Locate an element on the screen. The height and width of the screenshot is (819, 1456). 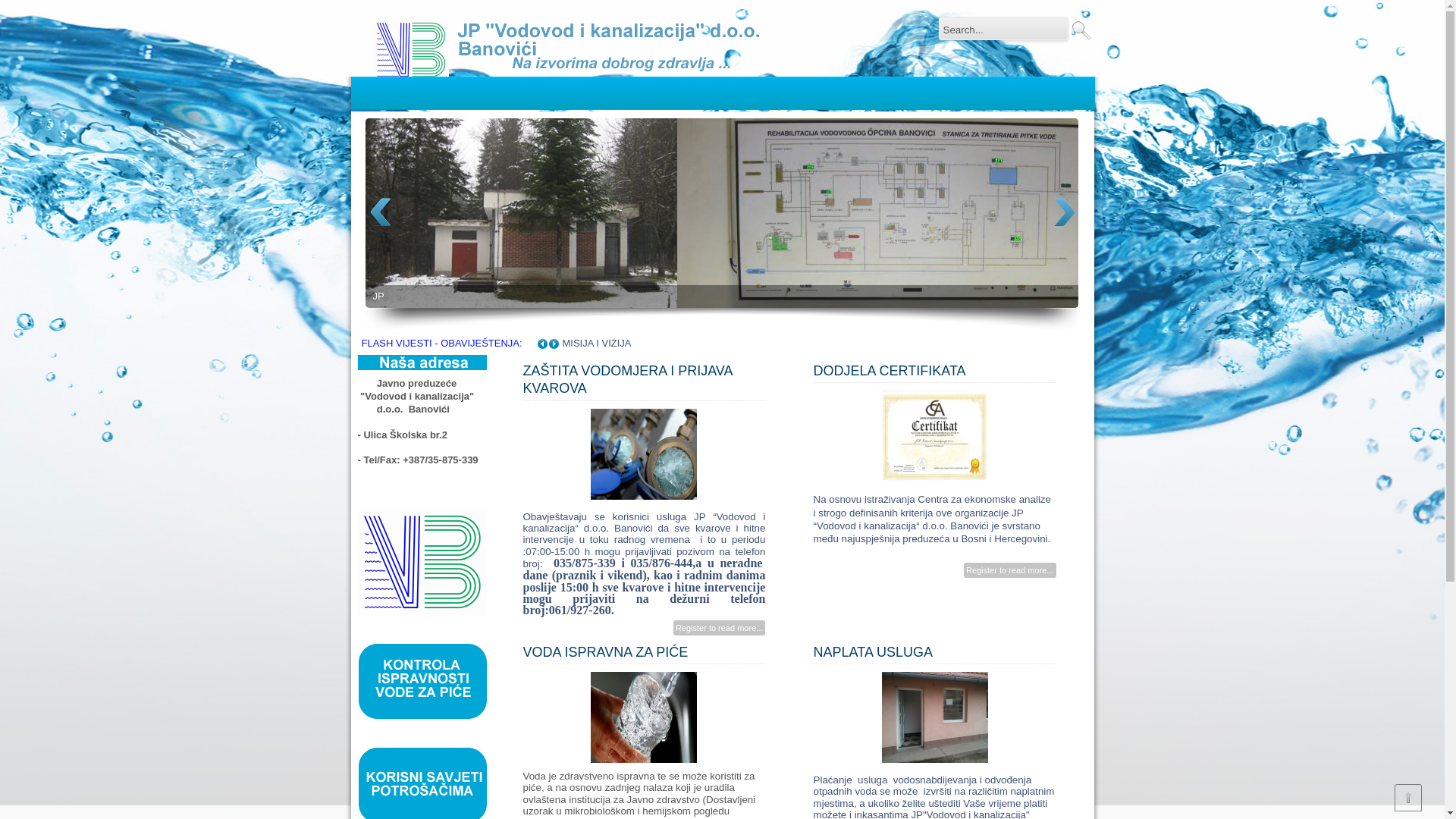
'Register to read more...' is located at coordinates (719, 628).